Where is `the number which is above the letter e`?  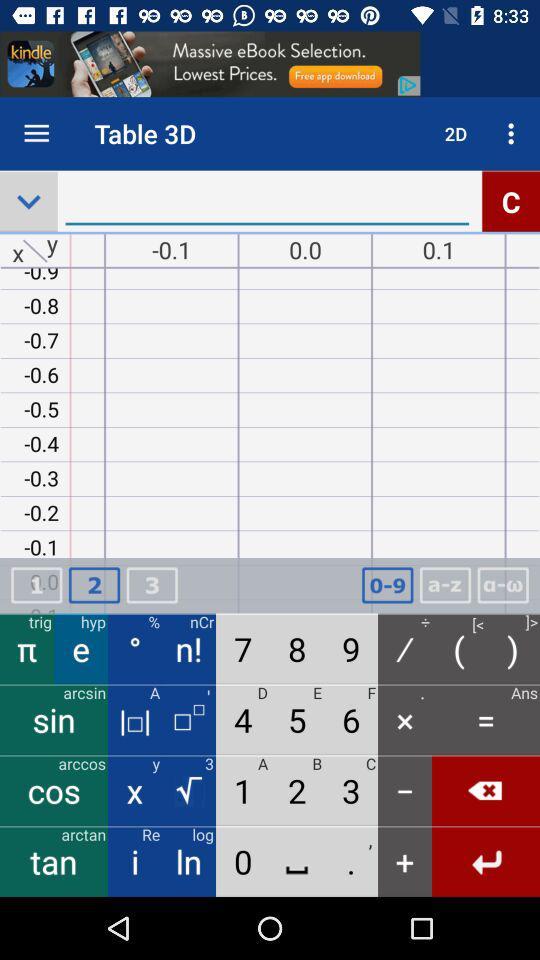 the number which is above the letter e is located at coordinates (93, 585).